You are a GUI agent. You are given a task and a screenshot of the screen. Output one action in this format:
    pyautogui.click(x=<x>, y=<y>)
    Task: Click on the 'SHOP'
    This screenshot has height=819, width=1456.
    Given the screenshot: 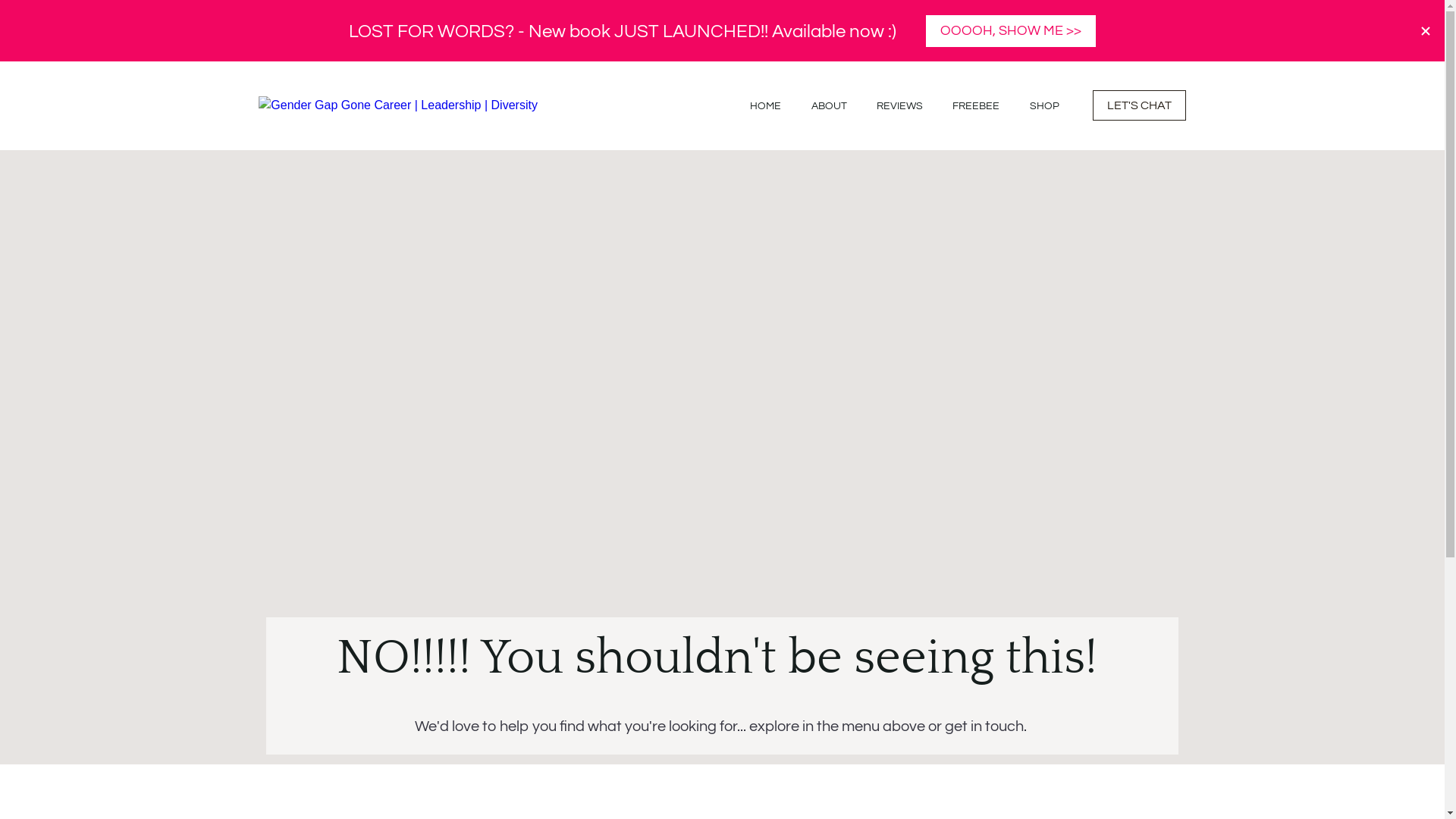 What is the action you would take?
    pyautogui.click(x=1043, y=105)
    